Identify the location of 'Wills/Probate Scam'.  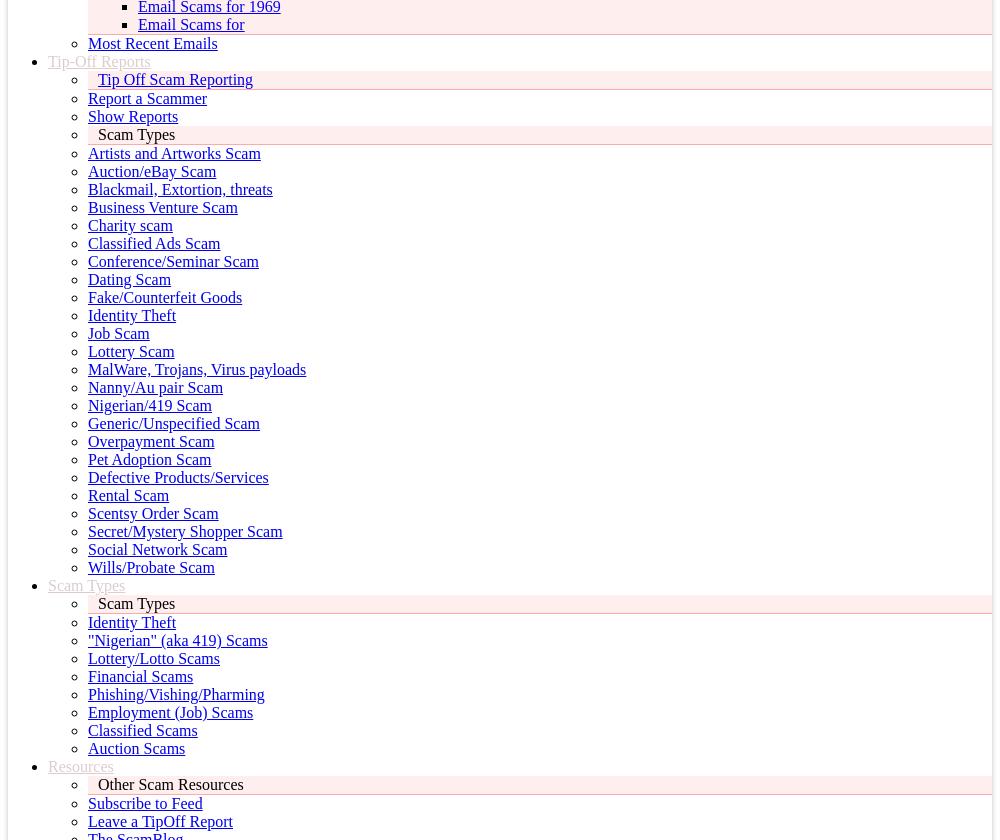
(151, 567).